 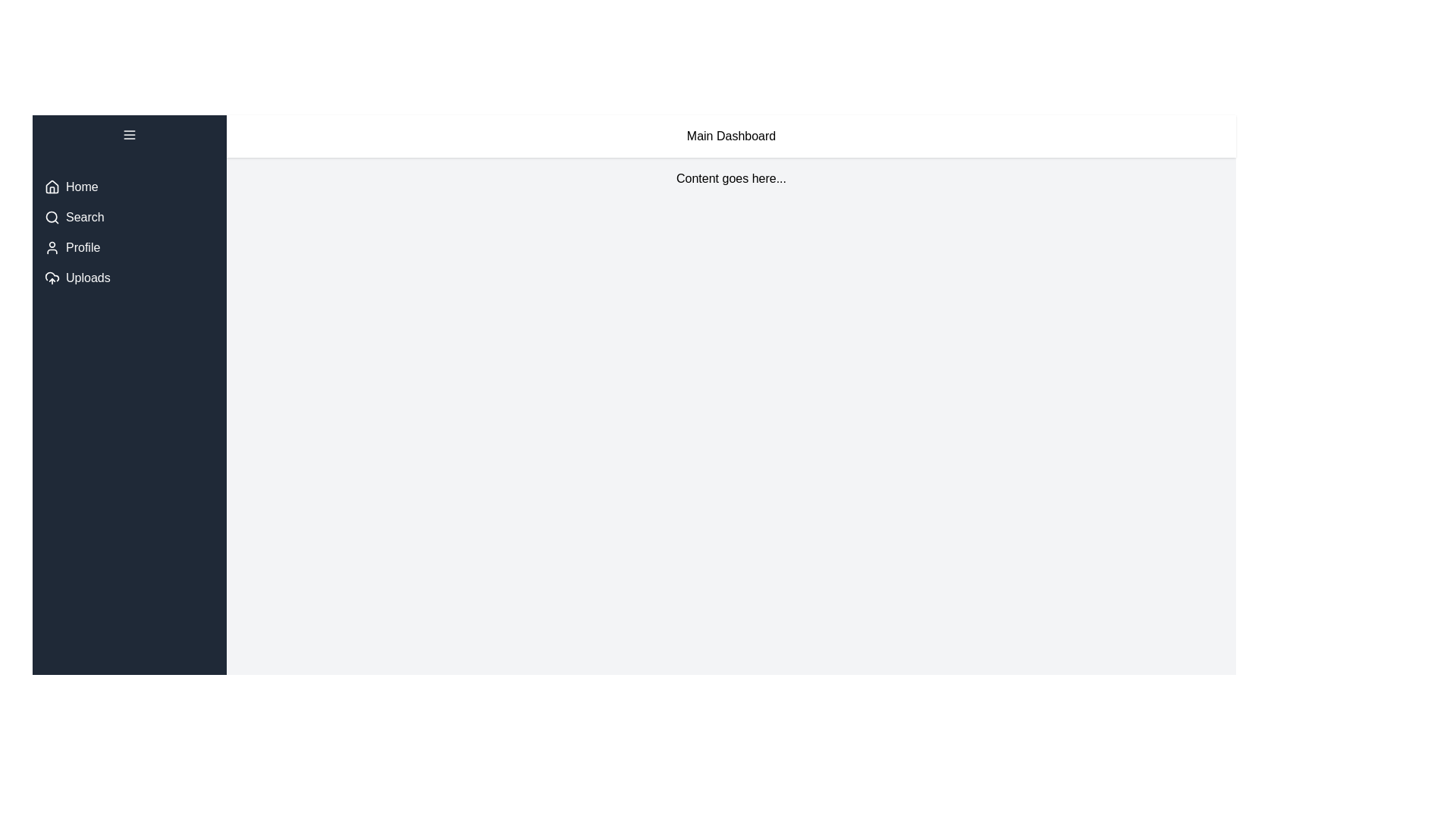 I want to click on the 'Profile' menu item, which is the third item in the vertical menu, so click(x=130, y=247).